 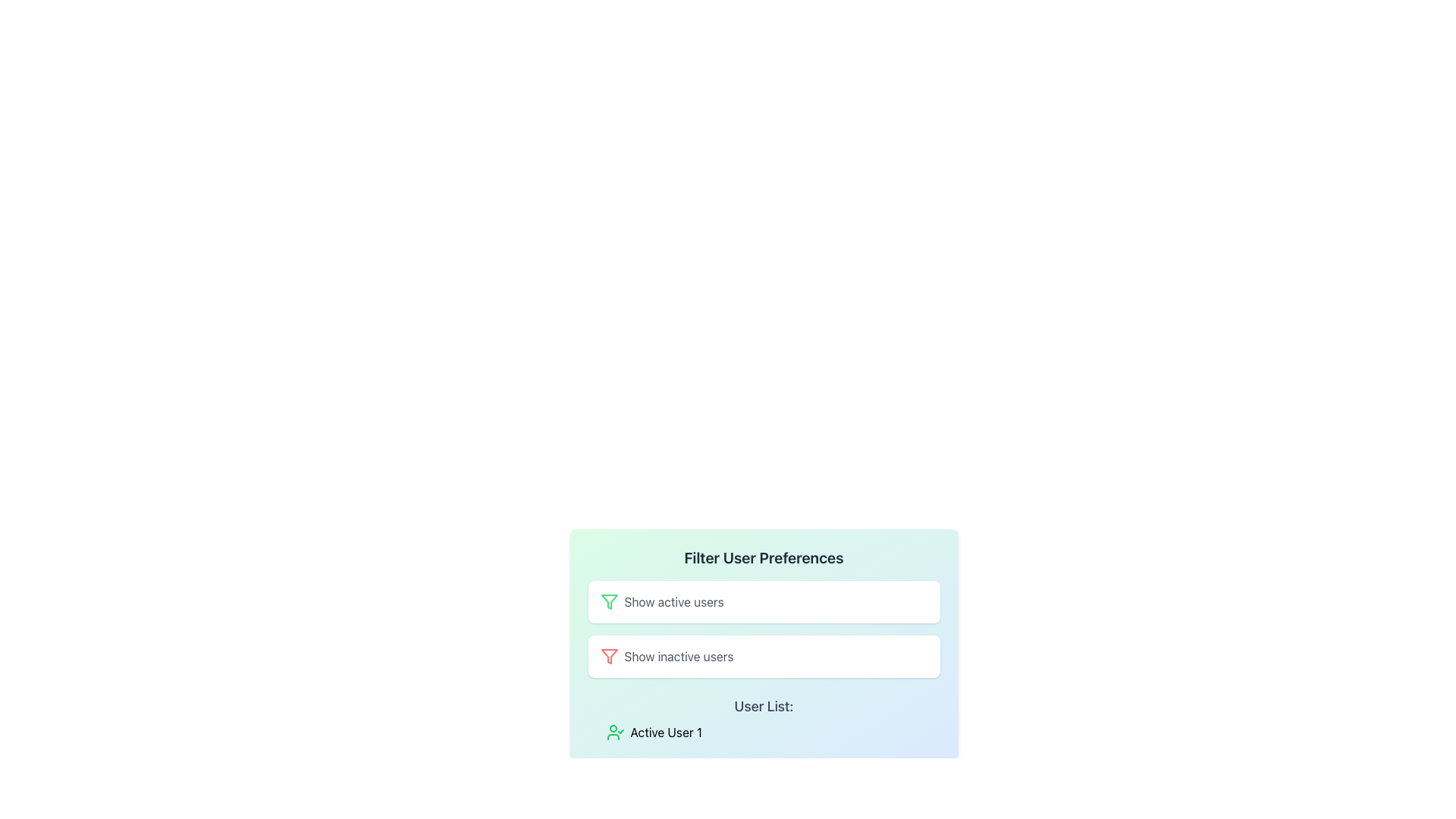 I want to click on the filter icon that indicates the functionality for 'Show active users', located directly to the left of the text 'Show active users', so click(x=609, y=601).